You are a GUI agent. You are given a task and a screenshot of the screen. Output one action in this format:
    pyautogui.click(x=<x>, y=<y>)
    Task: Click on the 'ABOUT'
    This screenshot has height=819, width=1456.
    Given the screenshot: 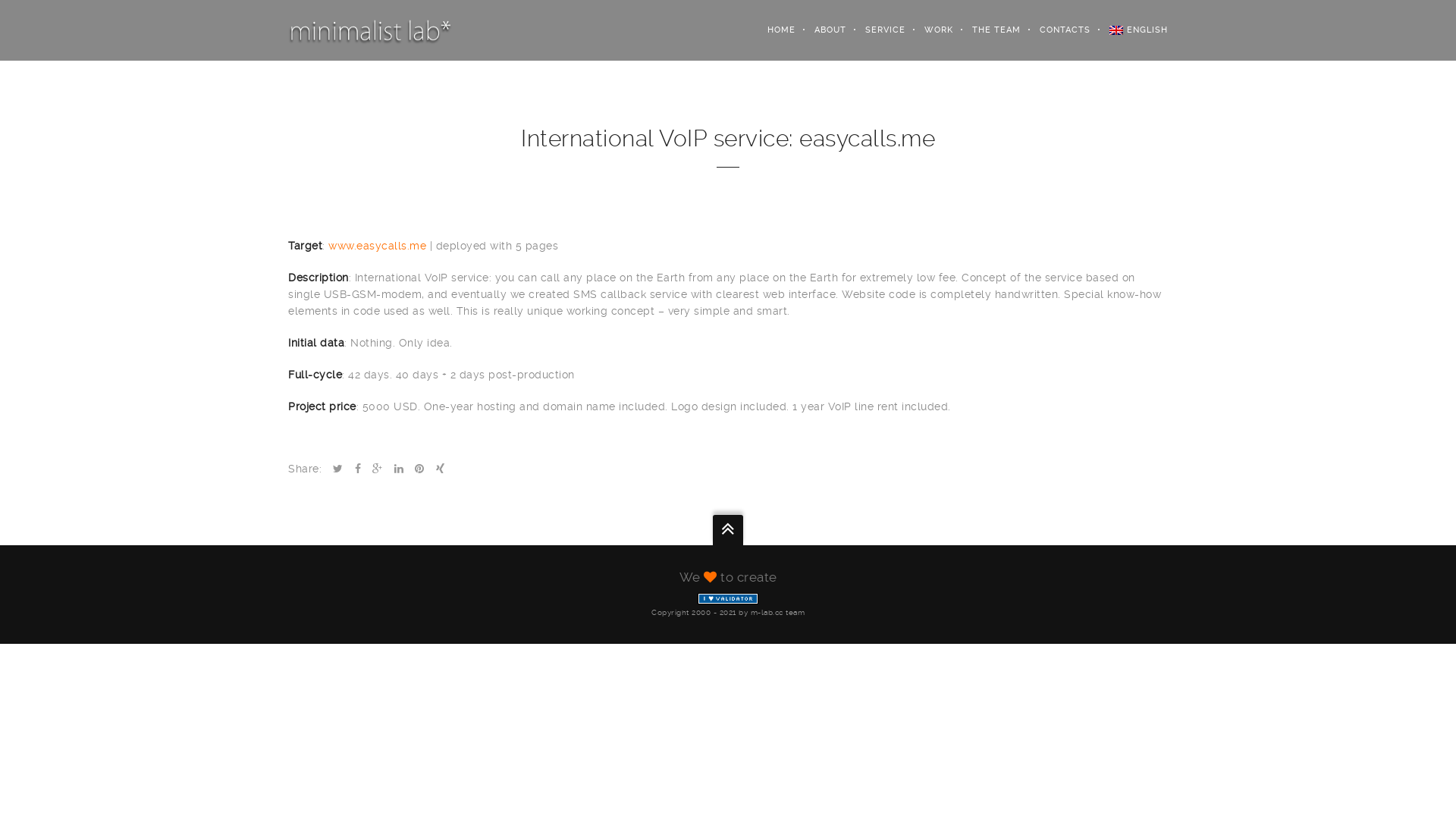 What is the action you would take?
    pyautogui.click(x=820, y=30)
    